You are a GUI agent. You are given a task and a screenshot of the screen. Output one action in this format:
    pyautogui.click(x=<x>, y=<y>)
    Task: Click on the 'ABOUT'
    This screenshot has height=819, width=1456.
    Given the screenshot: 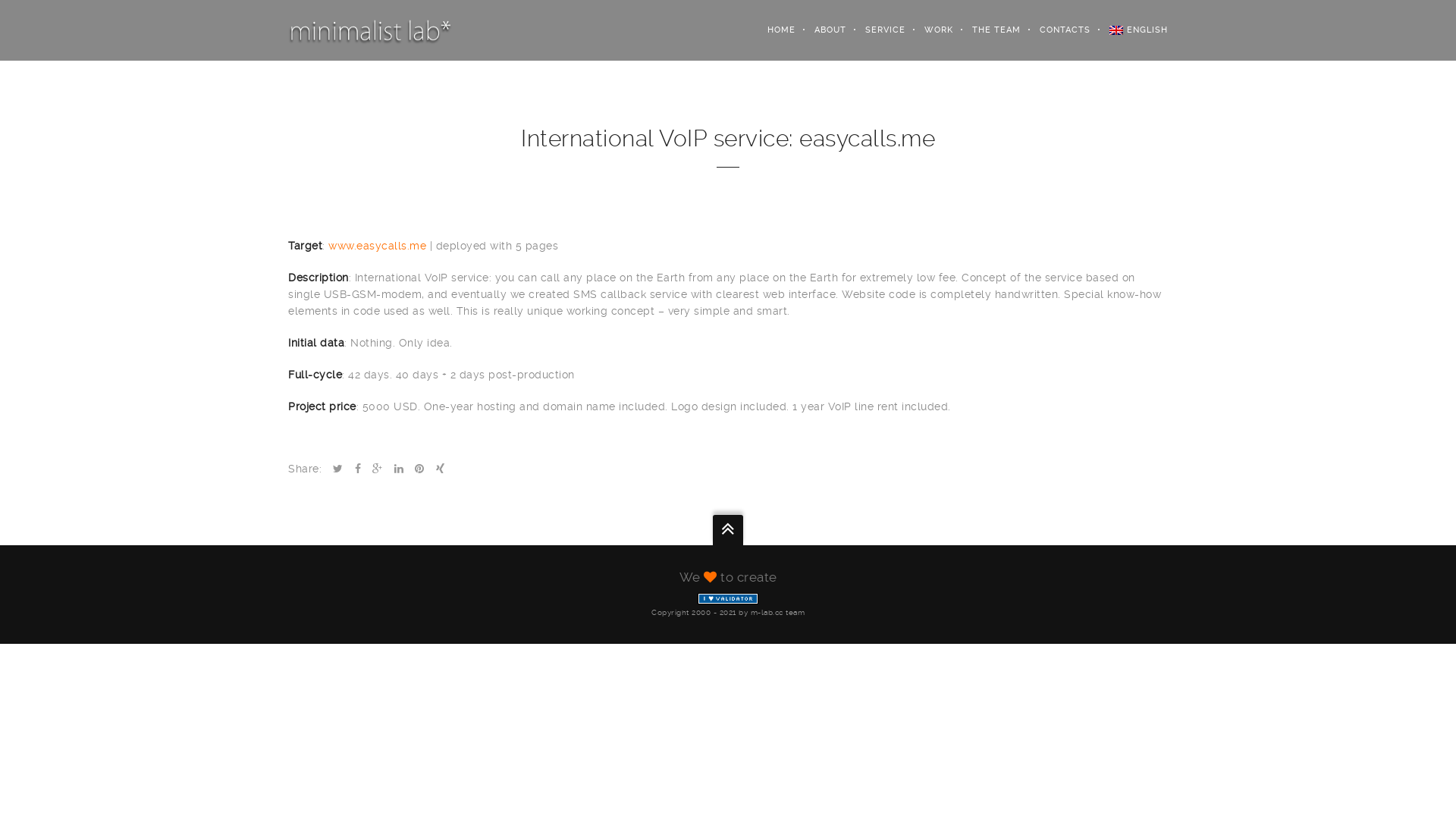 What is the action you would take?
    pyautogui.click(x=820, y=30)
    